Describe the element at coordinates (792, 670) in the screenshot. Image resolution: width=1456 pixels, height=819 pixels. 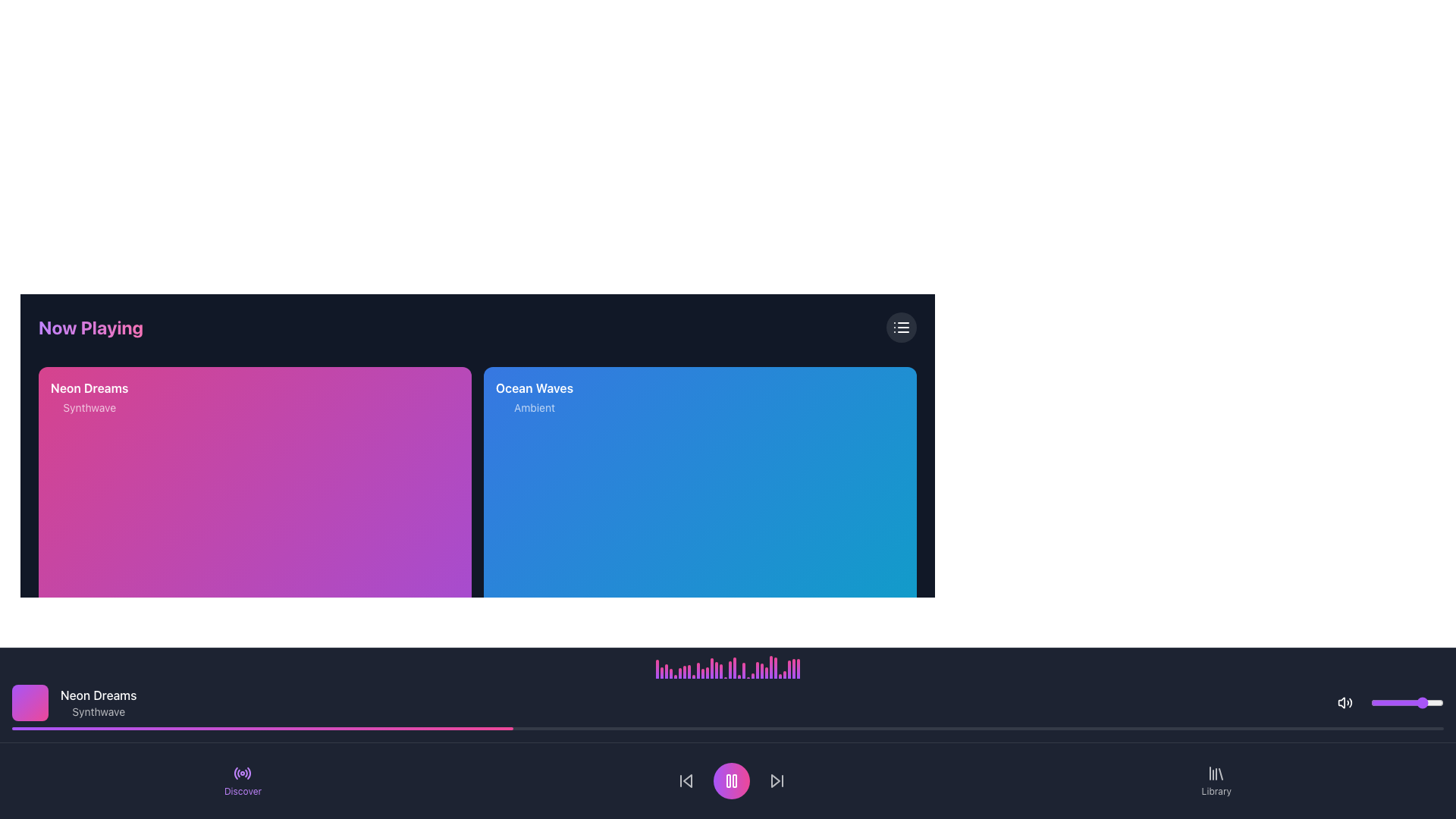
I see `the 31st bar in a horizontal sequence of a bar chart, which represents a data point or metric in the lower section of the interface, above the footer` at that location.